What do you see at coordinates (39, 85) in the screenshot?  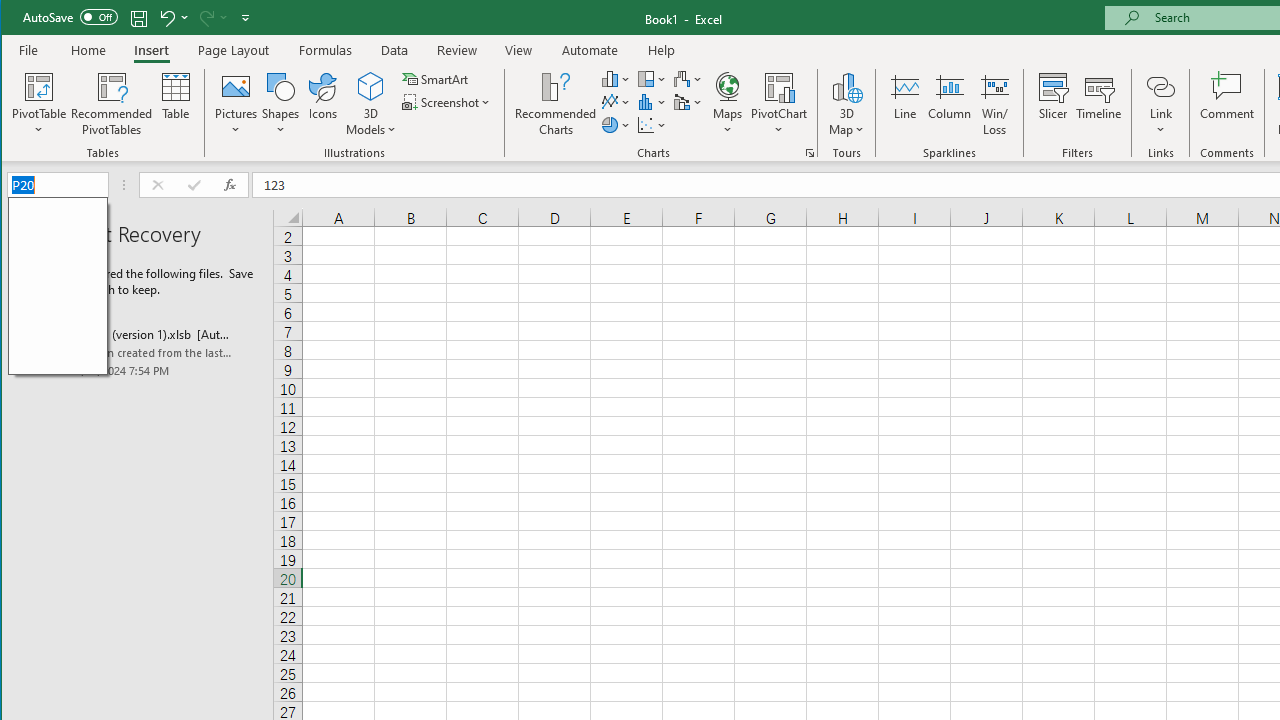 I see `'PivotTable'` at bounding box center [39, 85].